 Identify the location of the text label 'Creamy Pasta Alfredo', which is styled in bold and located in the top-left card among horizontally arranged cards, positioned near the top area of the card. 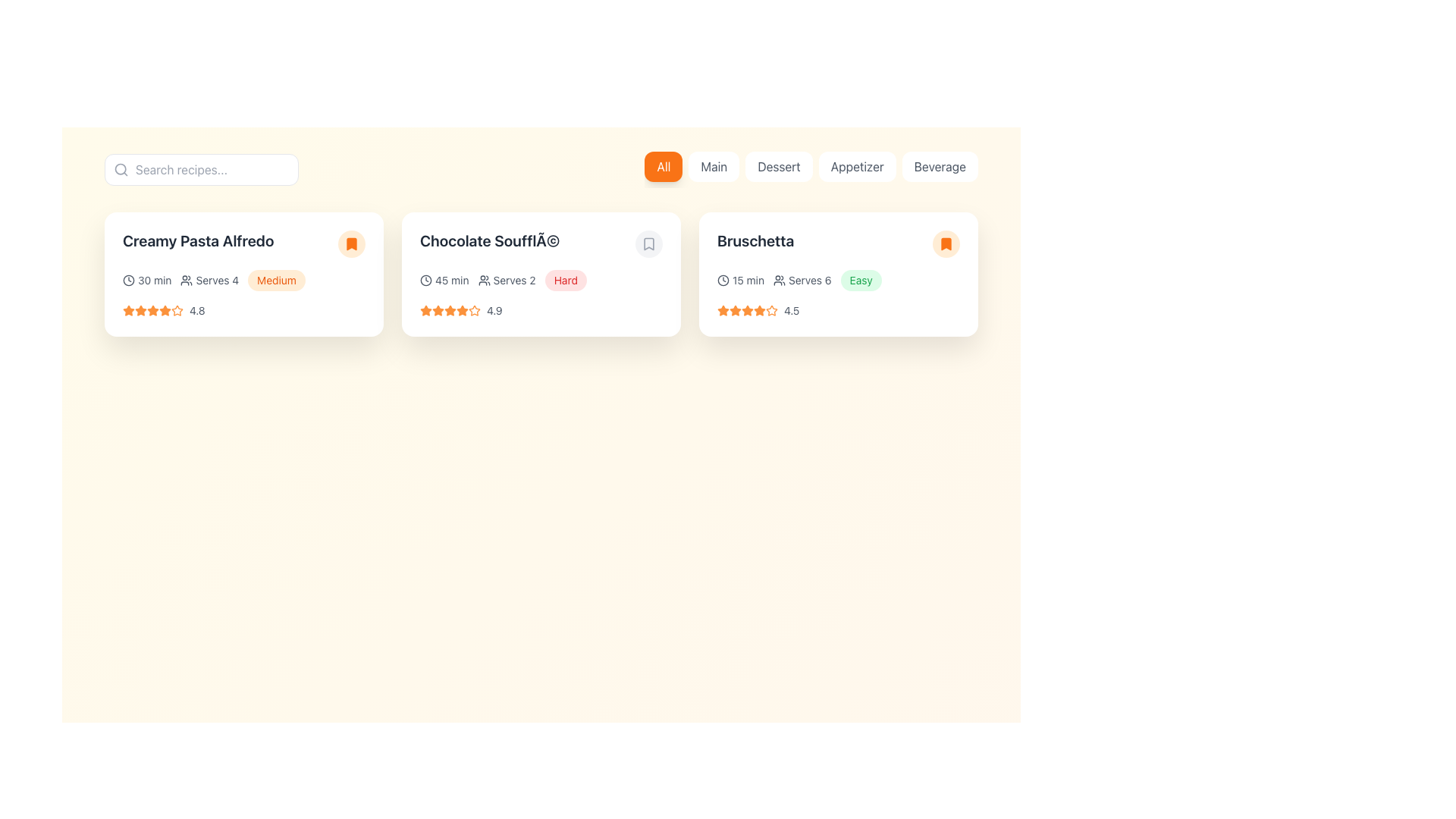
(243, 243).